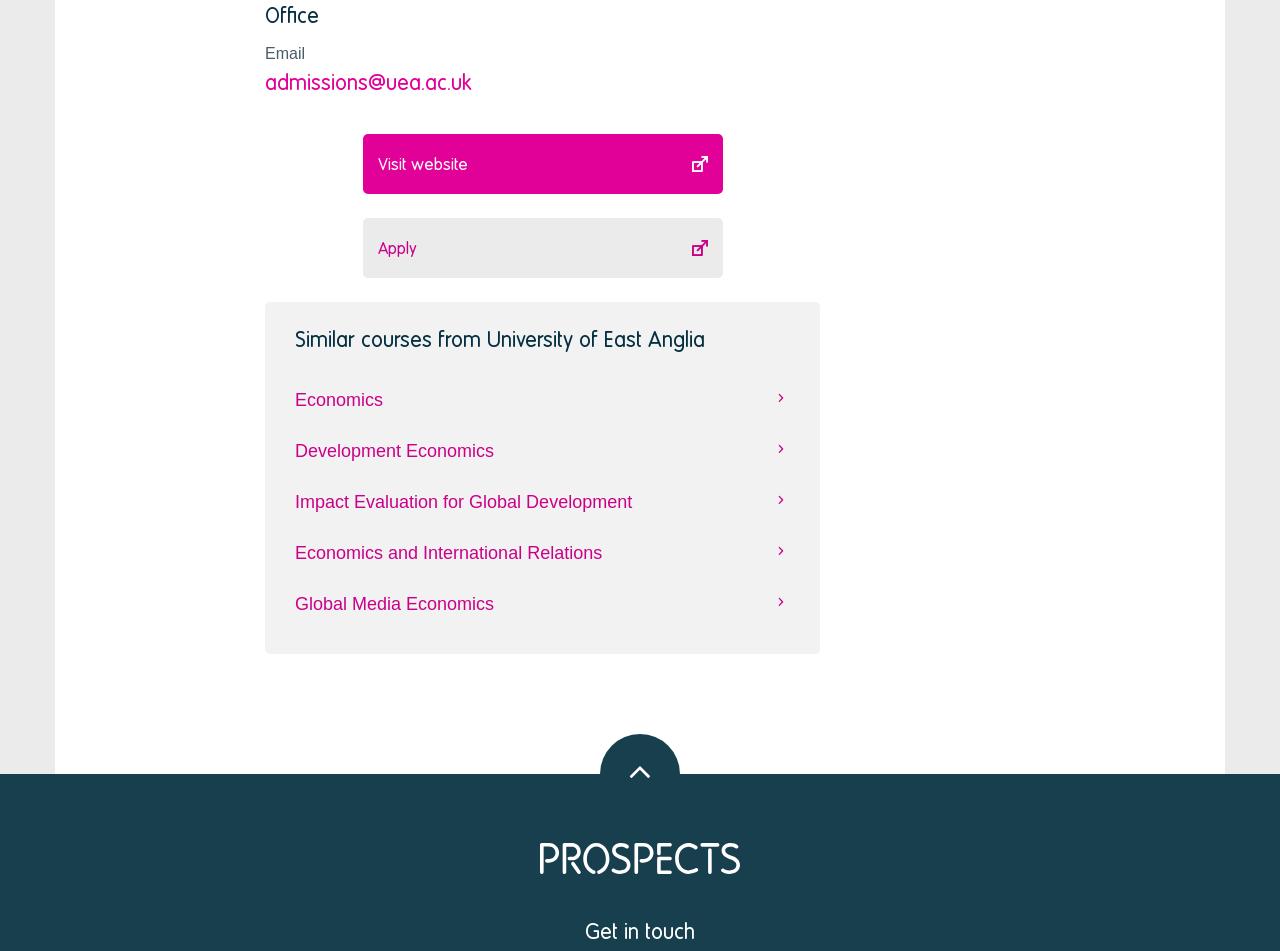  Describe the element at coordinates (499, 337) in the screenshot. I see `'Similar courses from University of East Anglia'` at that location.